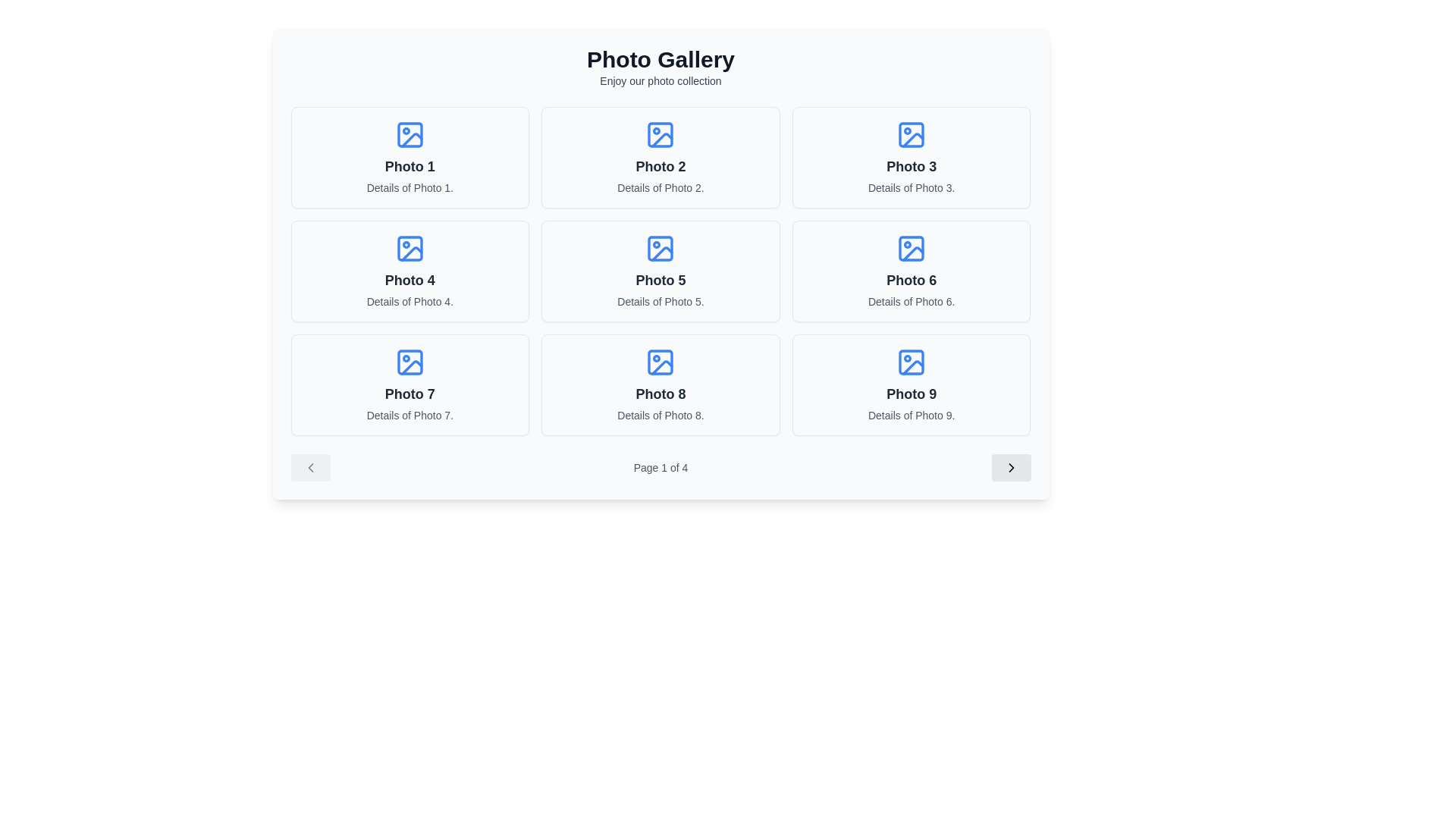 The height and width of the screenshot is (819, 1456). Describe the element at coordinates (661, 467) in the screenshot. I see `the Text Label that displays the current page number and total pages available in the gallery, located centrally in the lower section between the navigation arrows` at that location.